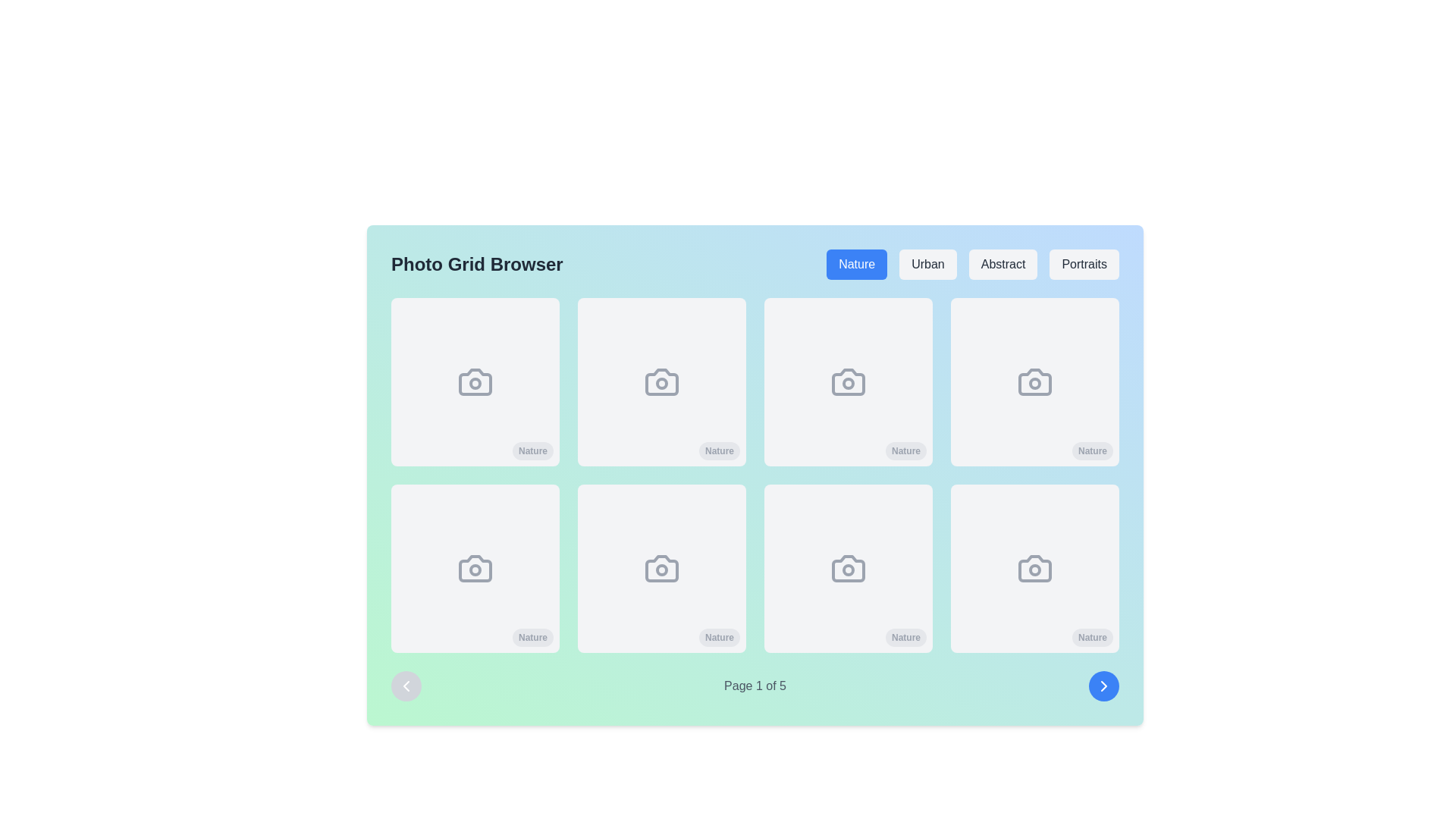  I want to click on the 'Page 1 of 5' label located at the bottom-center of the navigation panel, which is displayed in gray font, so click(755, 686).